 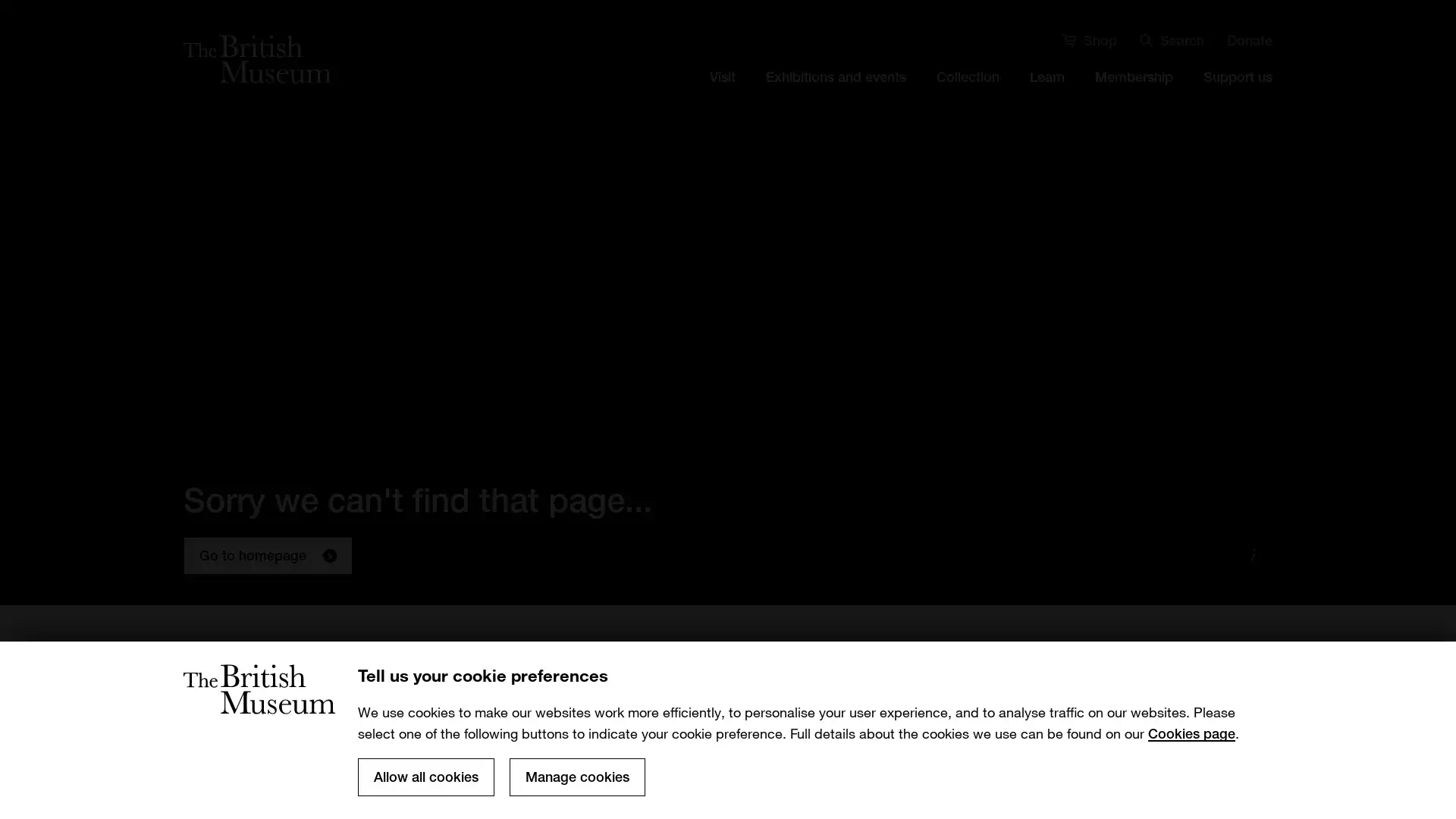 I want to click on Manage cookies, so click(x=576, y=777).